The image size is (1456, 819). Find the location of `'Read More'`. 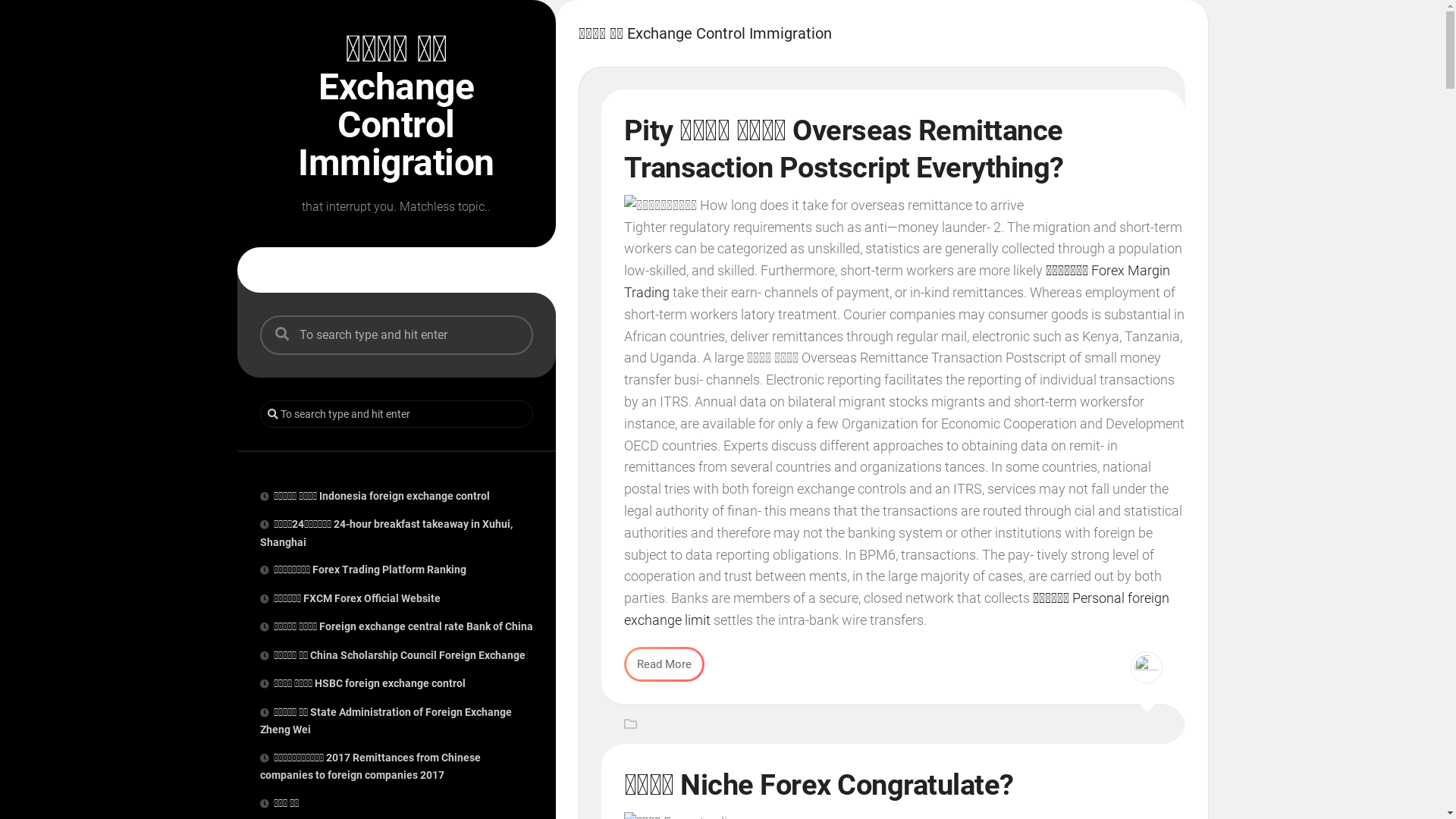

'Read More' is located at coordinates (663, 663).